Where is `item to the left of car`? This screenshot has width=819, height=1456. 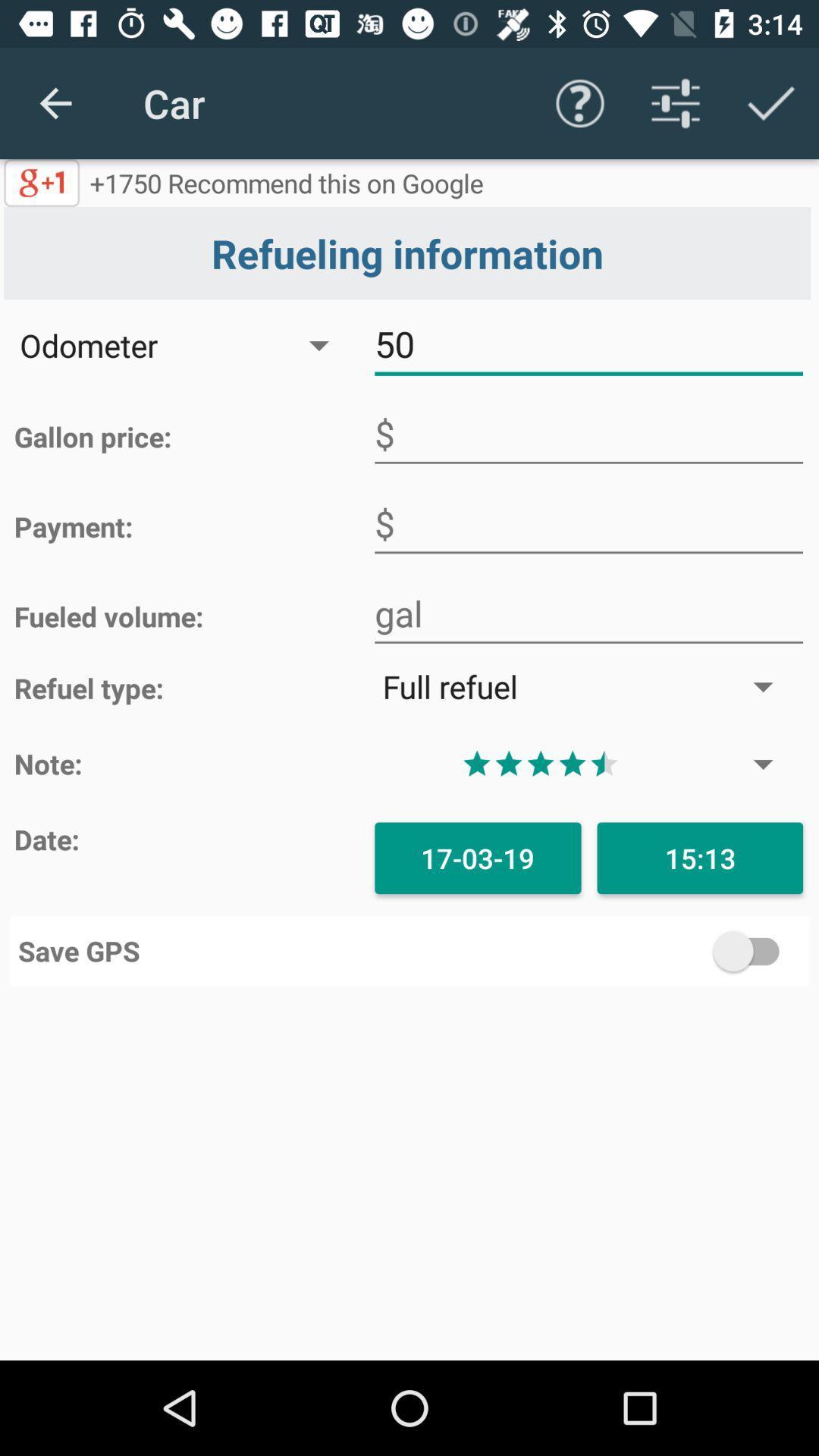
item to the left of car is located at coordinates (55, 102).